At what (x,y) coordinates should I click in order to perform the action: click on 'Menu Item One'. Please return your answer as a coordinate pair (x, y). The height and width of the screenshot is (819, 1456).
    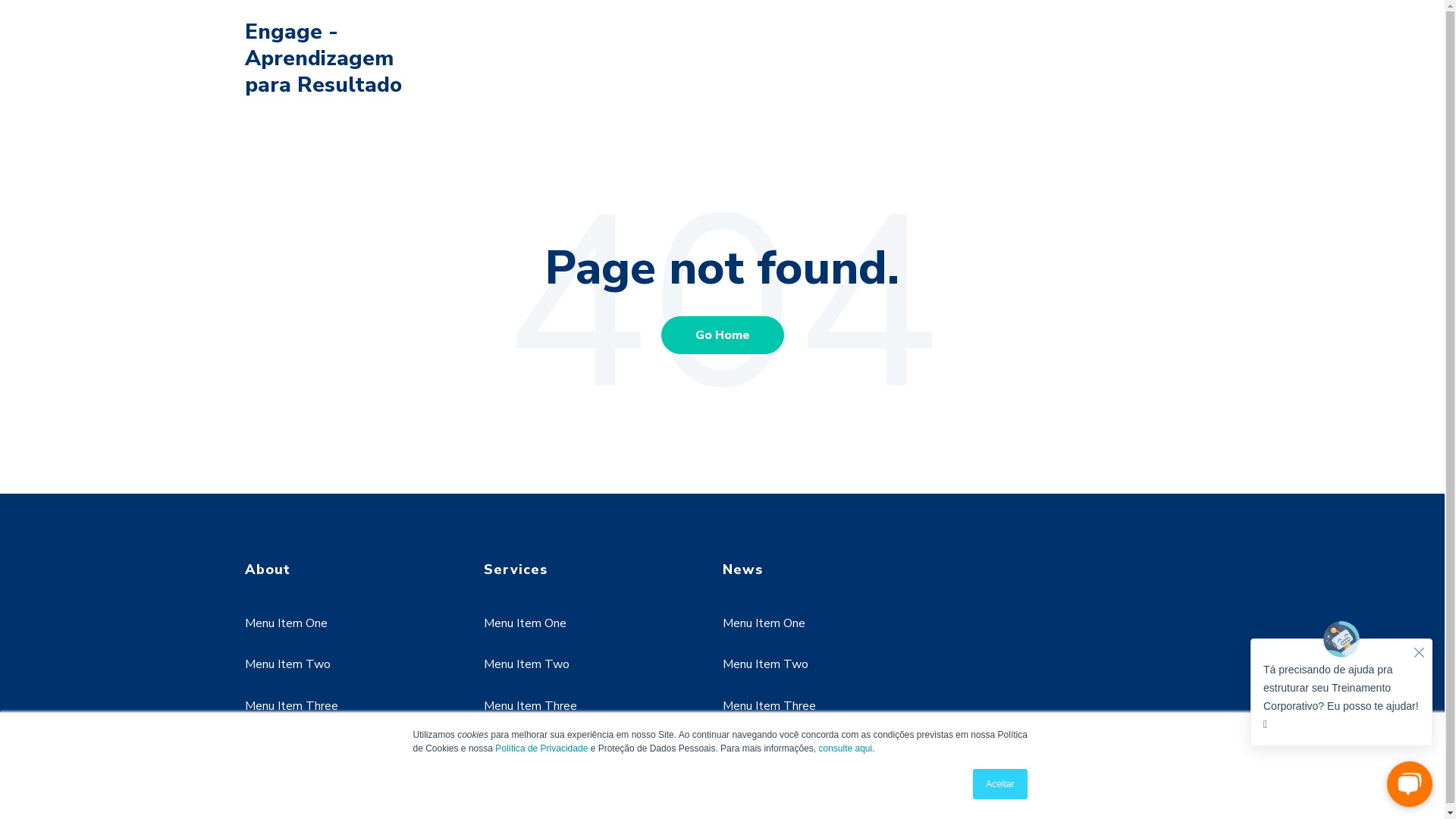
    Looking at the image, I should click on (763, 623).